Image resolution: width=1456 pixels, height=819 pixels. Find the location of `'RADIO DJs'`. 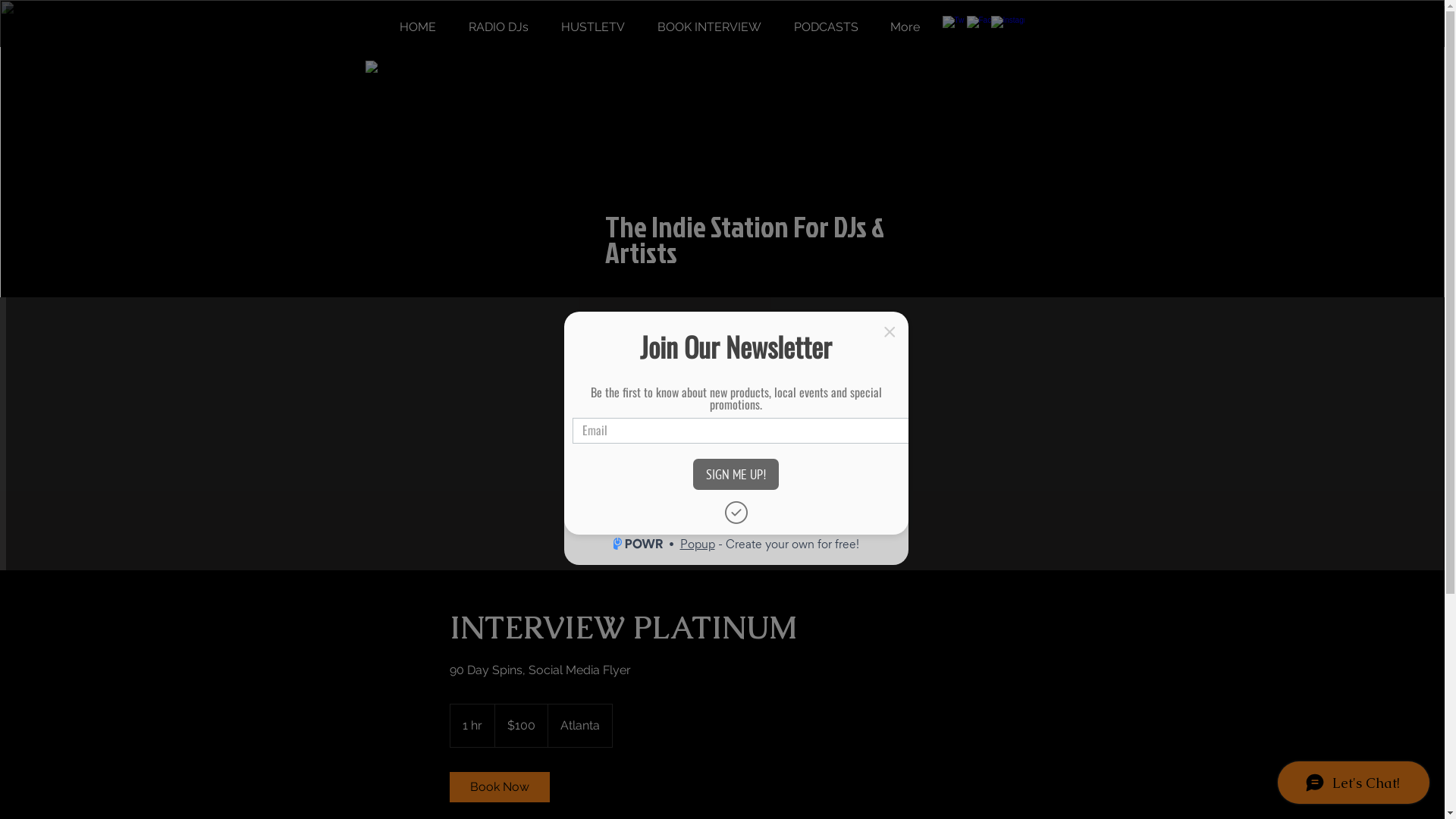

'RADIO DJs' is located at coordinates (498, 27).